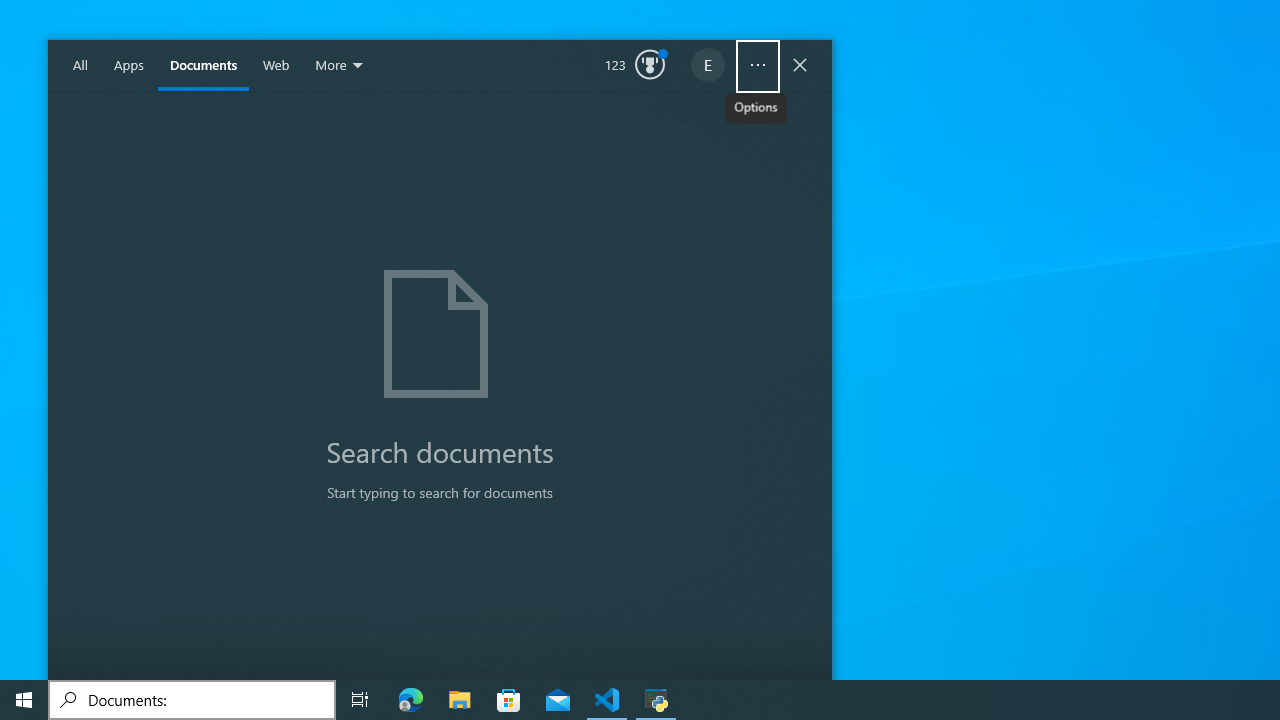  What do you see at coordinates (800, 65) in the screenshot?
I see `'Close Windows Search'` at bounding box center [800, 65].